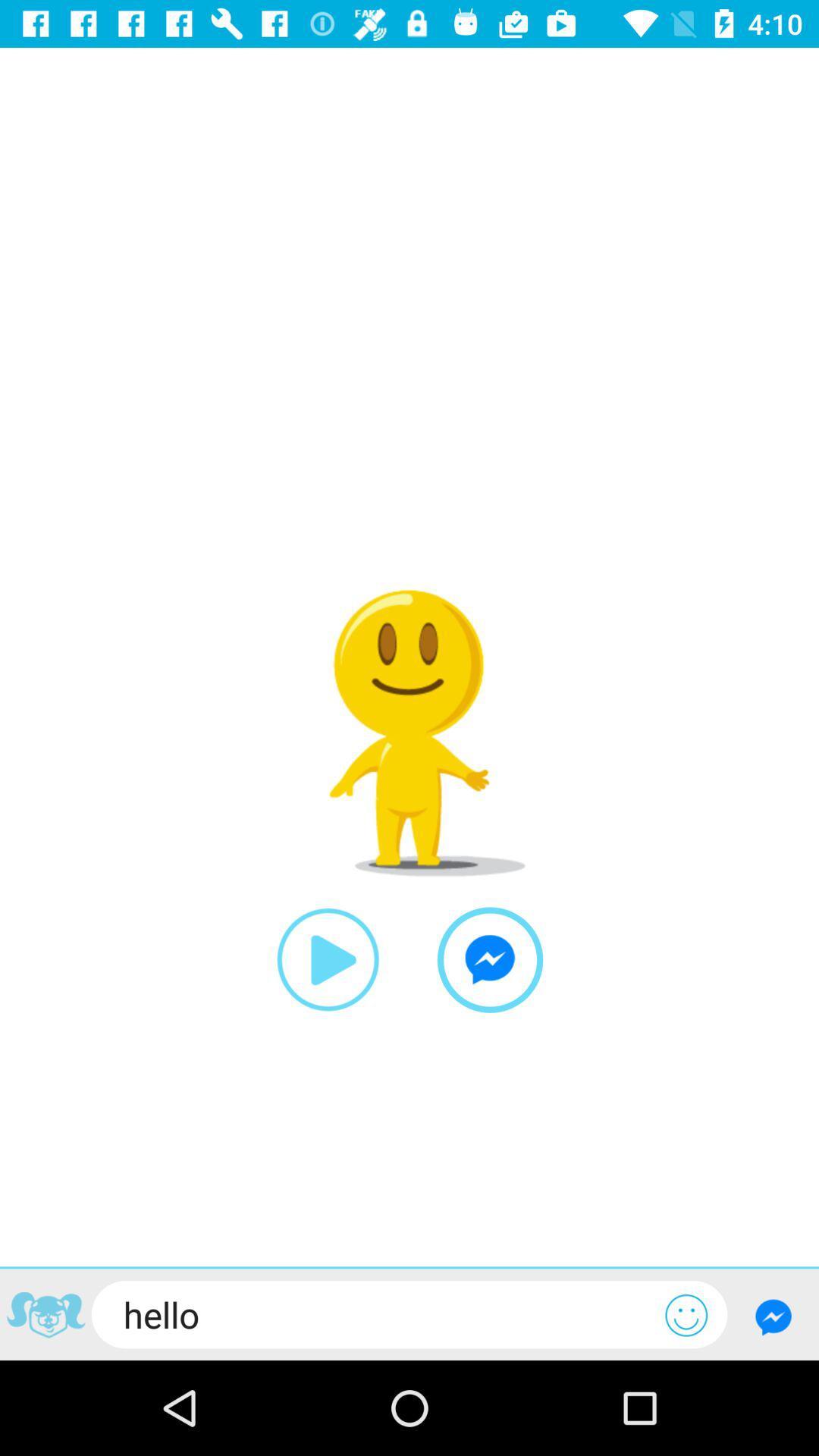 The width and height of the screenshot is (819, 1456). I want to click on item at the bottom left corner, so click(45, 1316).